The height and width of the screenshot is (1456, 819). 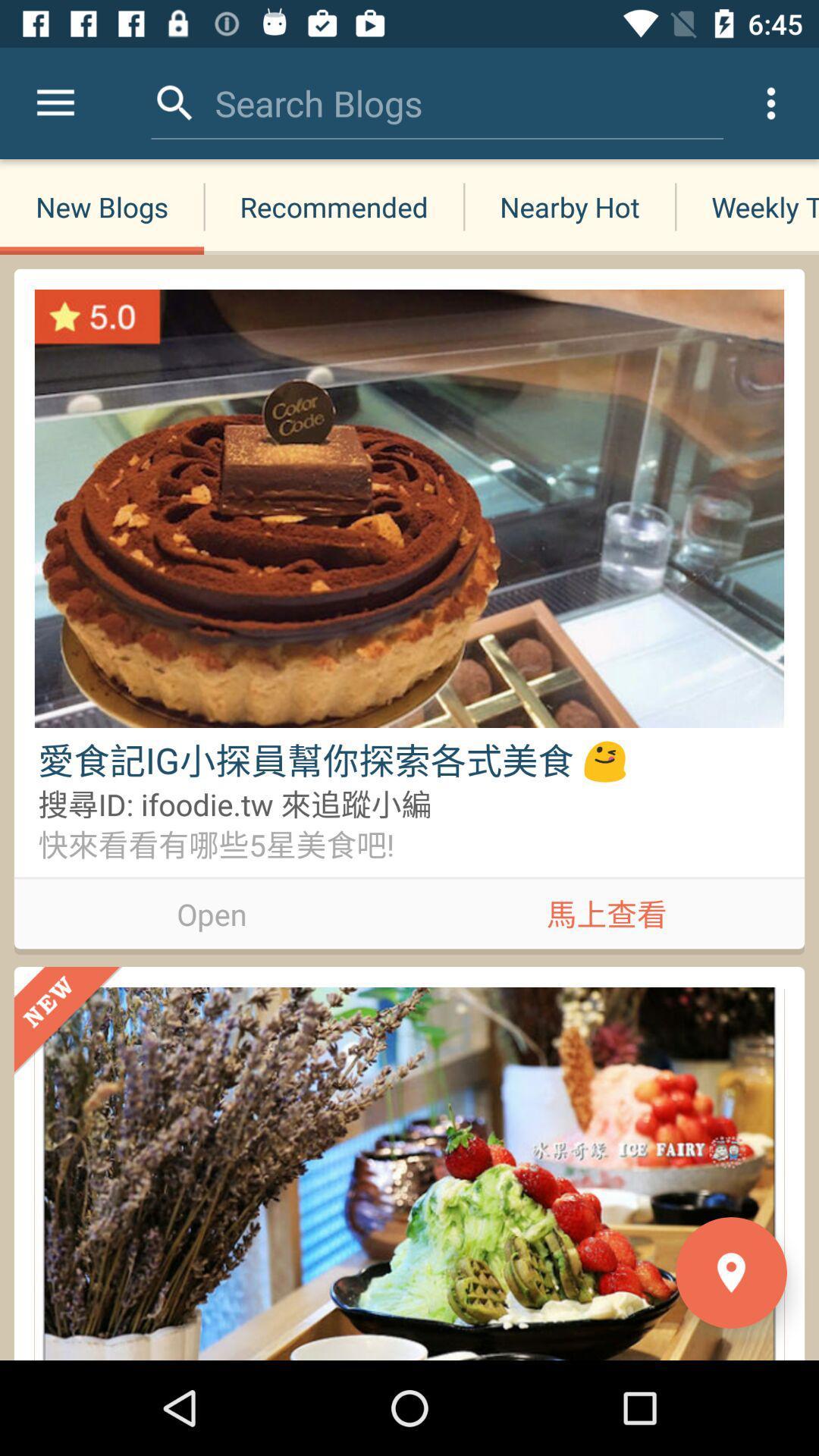 What do you see at coordinates (730, 1272) in the screenshot?
I see `the location icon` at bounding box center [730, 1272].